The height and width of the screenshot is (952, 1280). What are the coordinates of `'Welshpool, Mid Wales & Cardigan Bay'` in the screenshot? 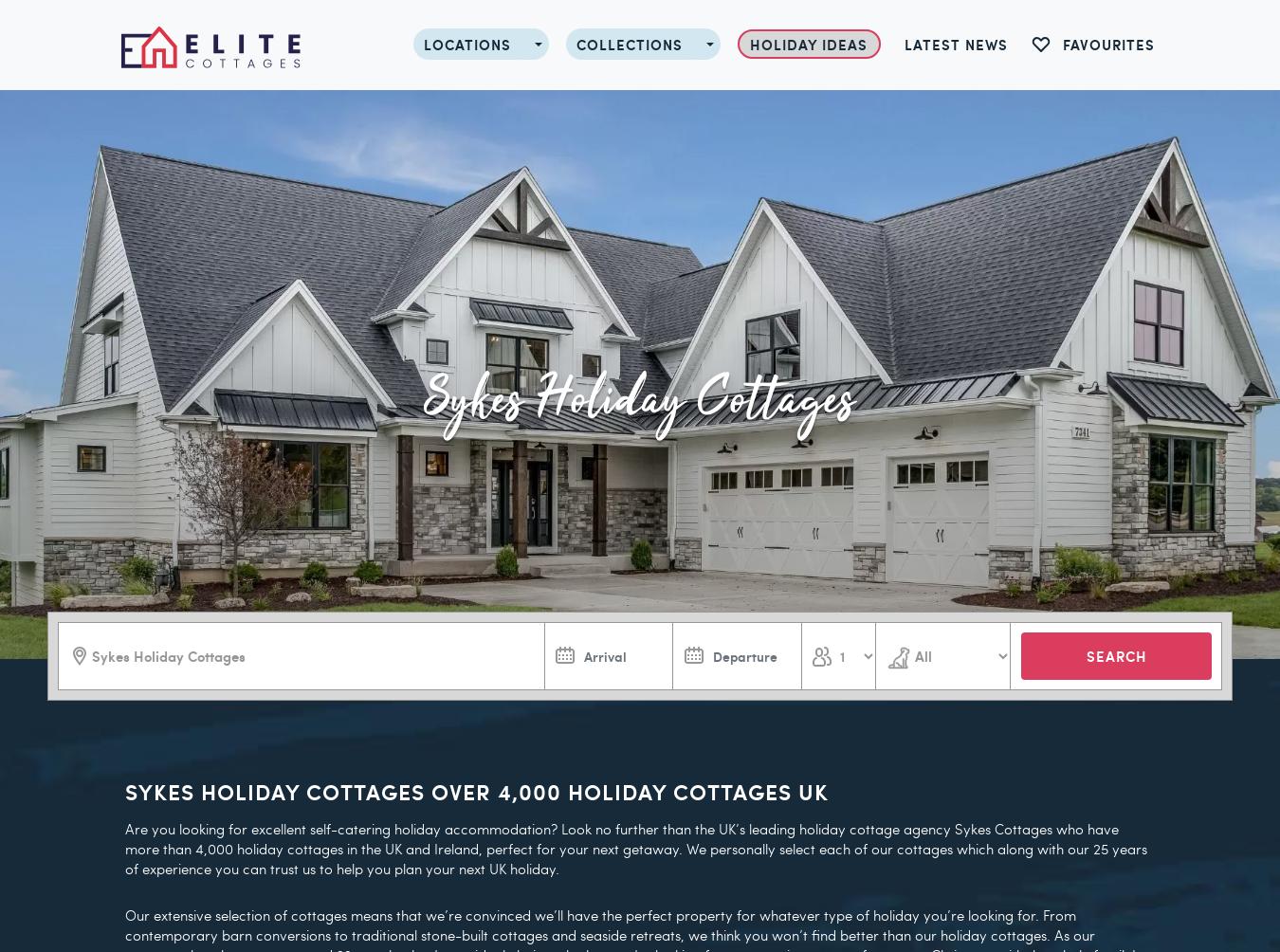 It's located at (515, 509).